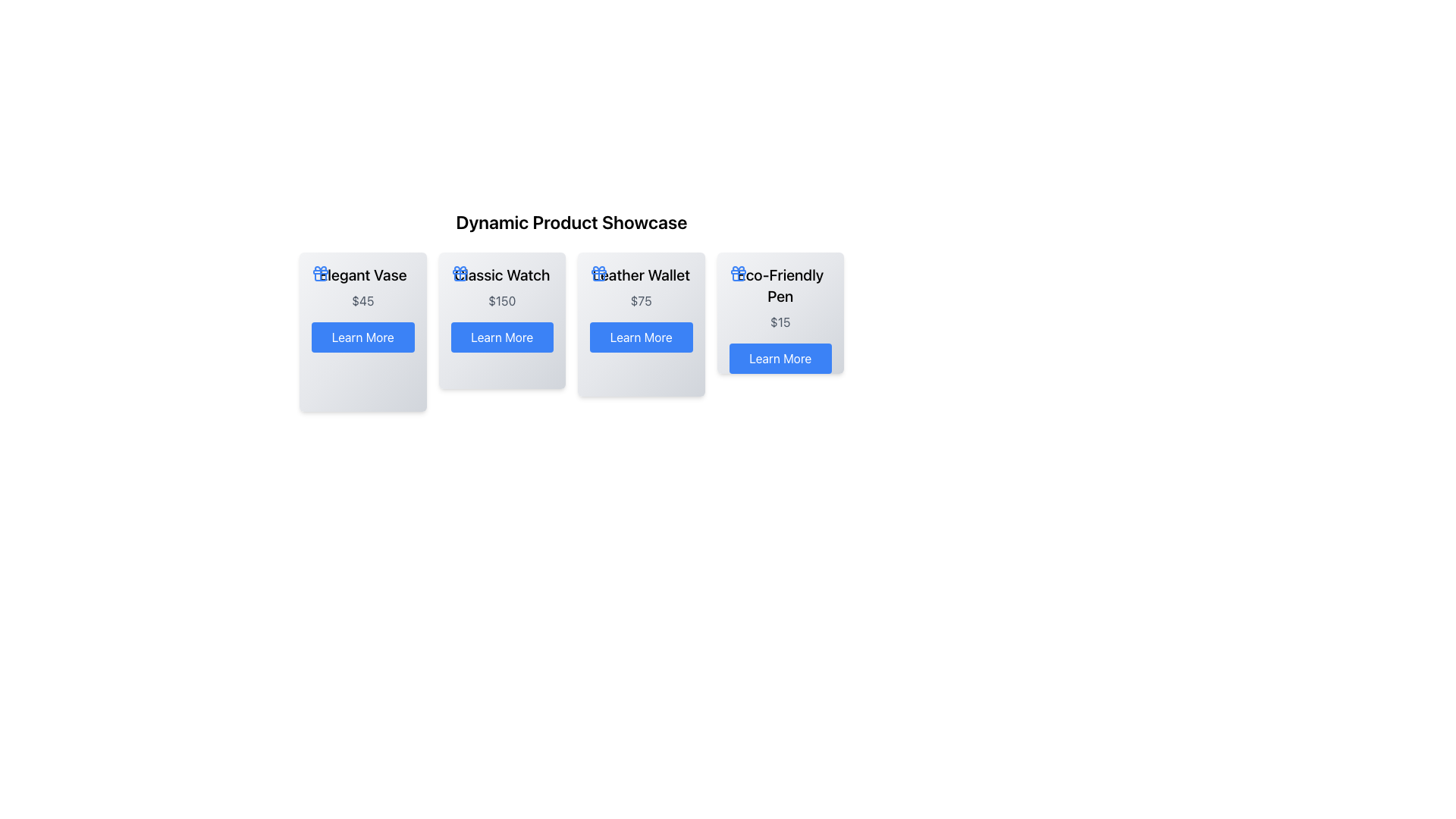 This screenshot has width=1456, height=819. What do you see at coordinates (362, 301) in the screenshot?
I see `price displayed in the text label showing '$45', which is styled in gray and positioned below the title 'Elegant Vase' within a rounded card layout` at bounding box center [362, 301].